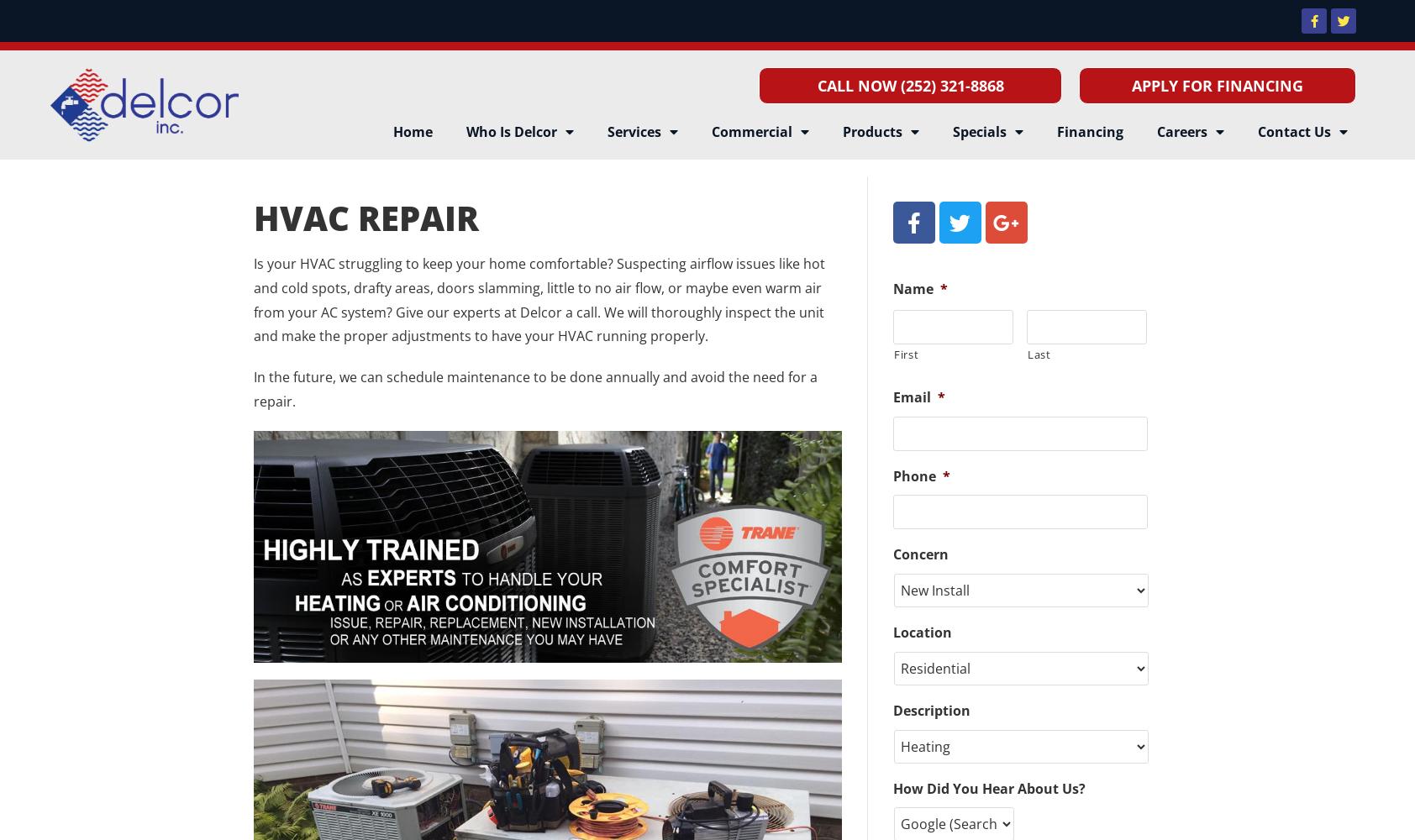 Image resolution: width=1415 pixels, height=840 pixels. What do you see at coordinates (1217, 85) in the screenshot?
I see `'APPLY FOR FINANCING'` at bounding box center [1217, 85].